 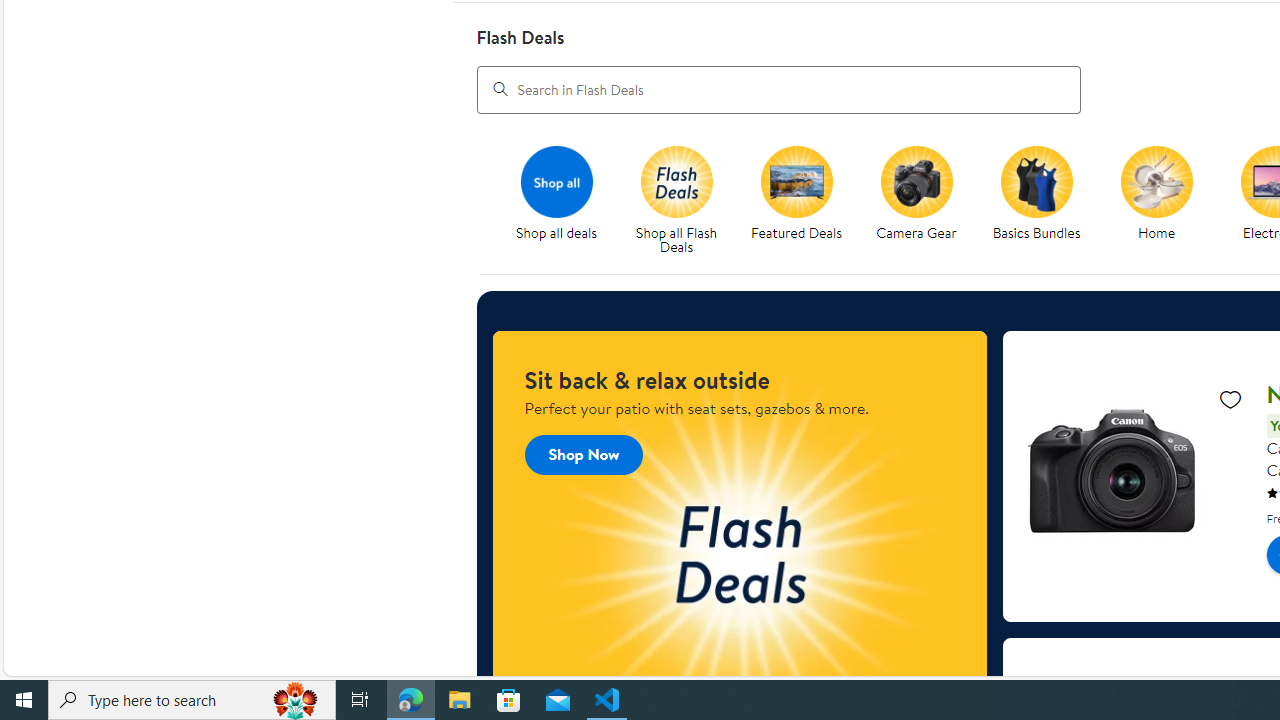 I want to click on 'Featured Deals', so click(x=804, y=201).